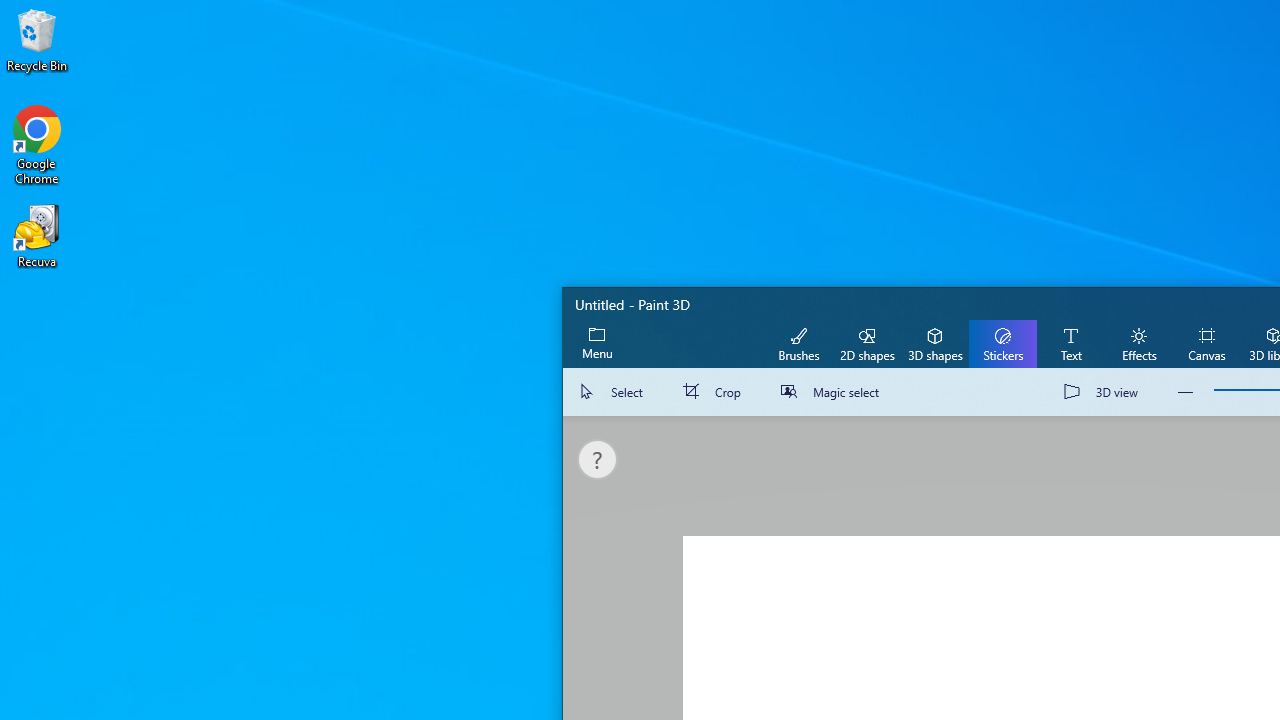  What do you see at coordinates (1104, 392) in the screenshot?
I see `'3D view'` at bounding box center [1104, 392].